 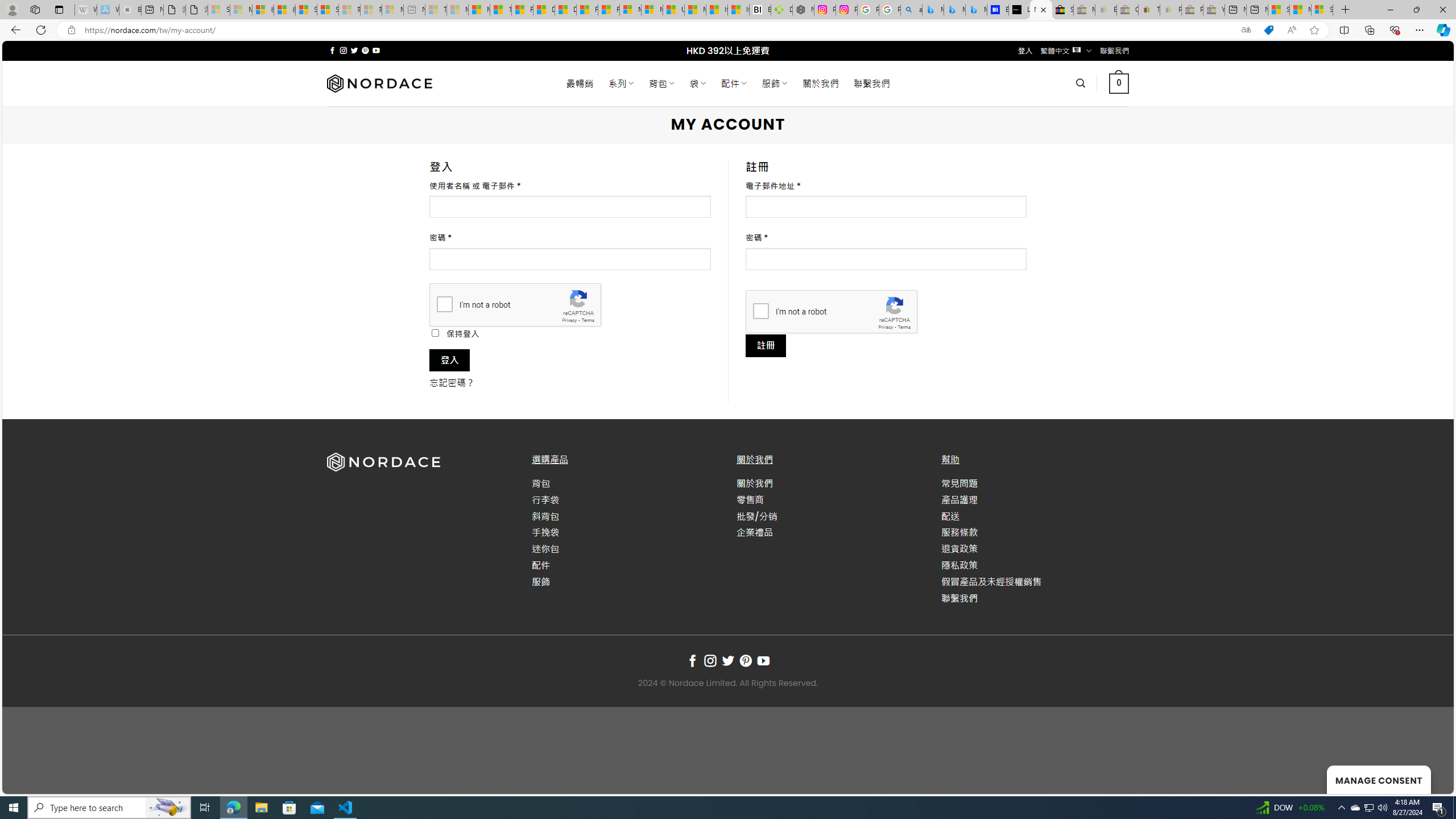 What do you see at coordinates (976, 9) in the screenshot?
I see `'Microsoft Bing Travel - Shangri-La Hotel Bangkok'` at bounding box center [976, 9].